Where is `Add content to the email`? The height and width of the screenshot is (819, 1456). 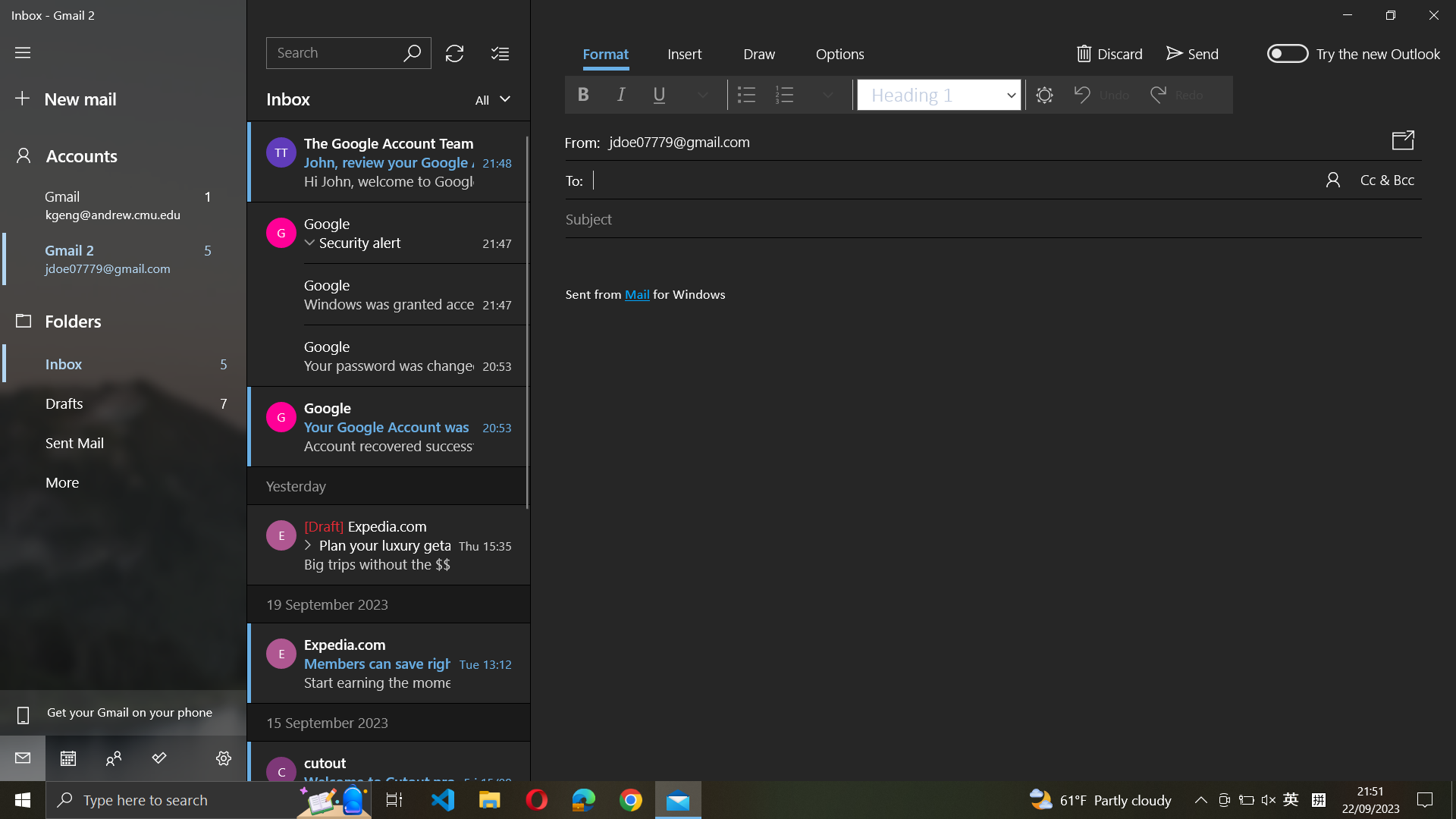 Add content to the email is located at coordinates (683, 55).